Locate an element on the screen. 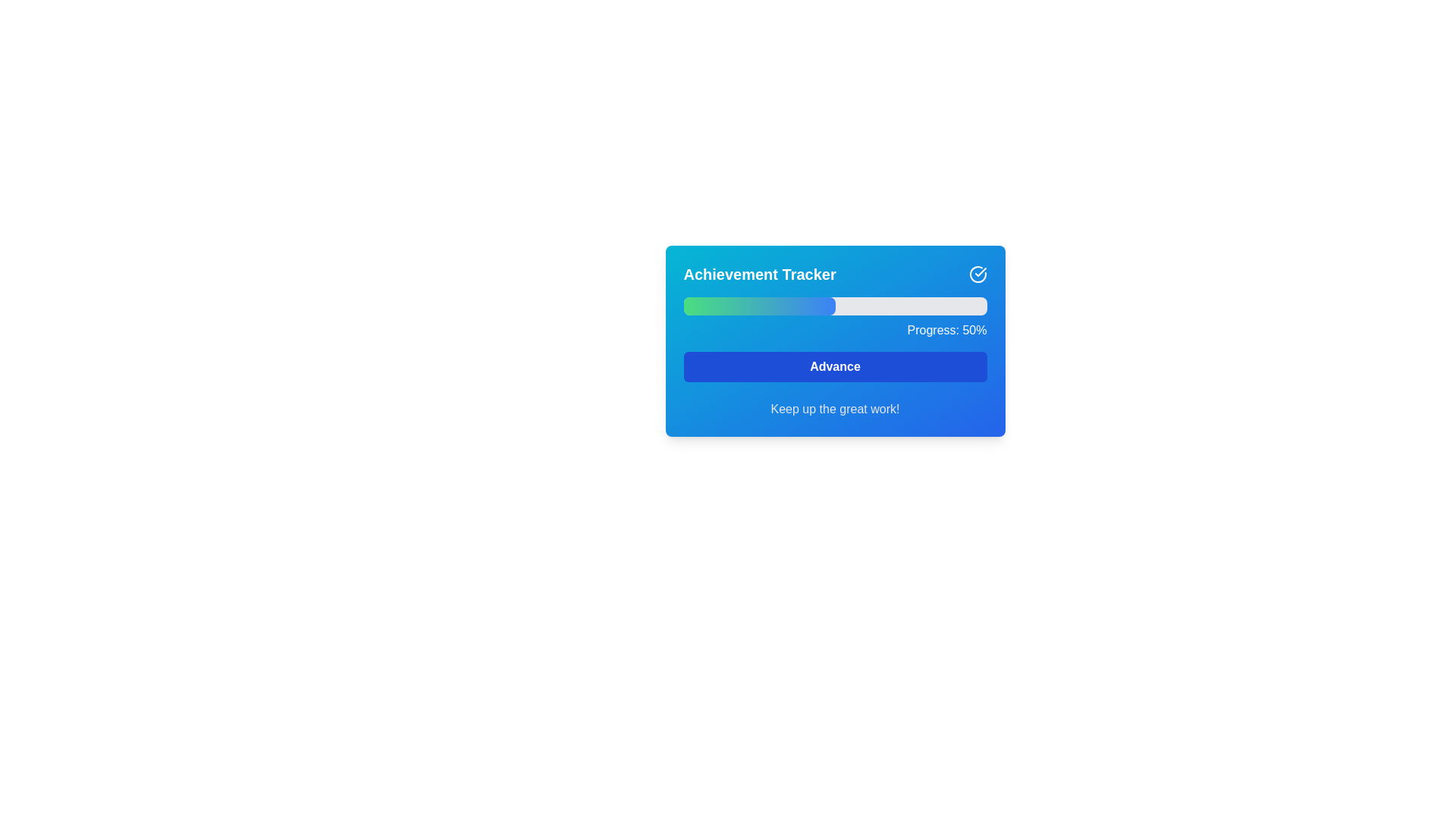  the button in the 'Achievement Tracker' card to observe its hover effect, which is located directly above the text 'Keep up the great work!' is located at coordinates (834, 366).